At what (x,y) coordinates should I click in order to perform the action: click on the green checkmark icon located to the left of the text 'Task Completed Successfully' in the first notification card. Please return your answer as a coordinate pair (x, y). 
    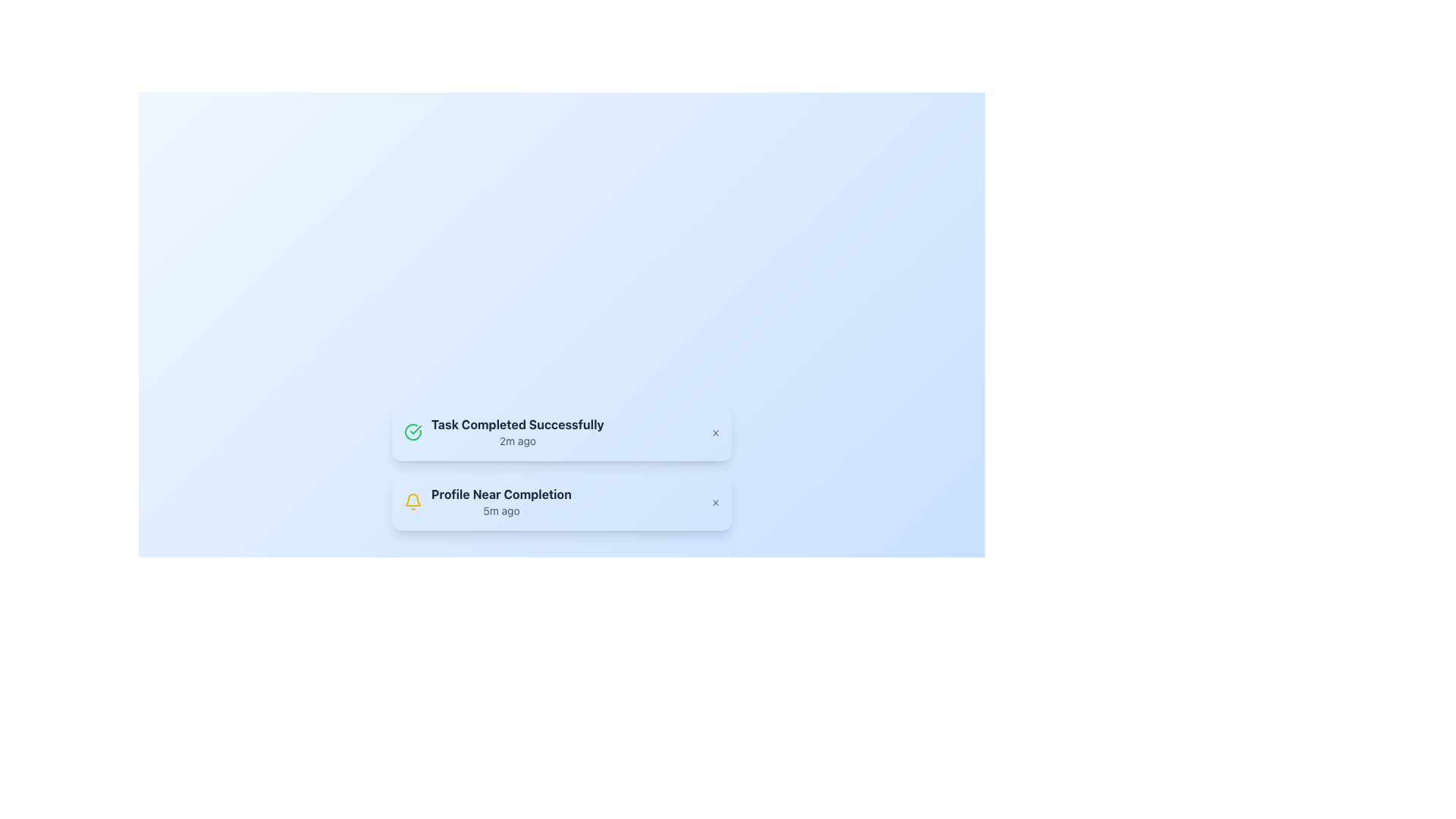
    Looking at the image, I should click on (413, 432).